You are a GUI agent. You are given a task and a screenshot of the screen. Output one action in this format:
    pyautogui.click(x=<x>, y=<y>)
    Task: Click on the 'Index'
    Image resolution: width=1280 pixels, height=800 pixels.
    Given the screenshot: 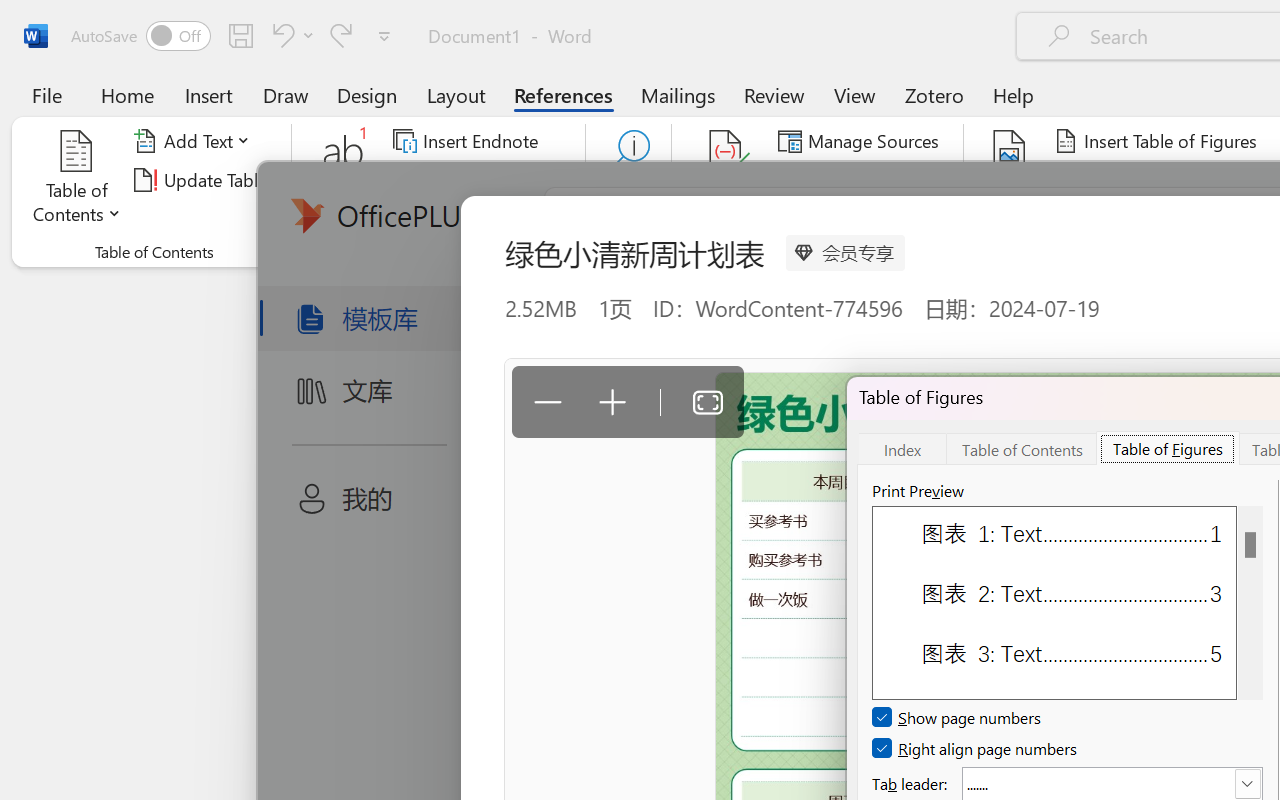 What is the action you would take?
    pyautogui.click(x=901, y=447)
    